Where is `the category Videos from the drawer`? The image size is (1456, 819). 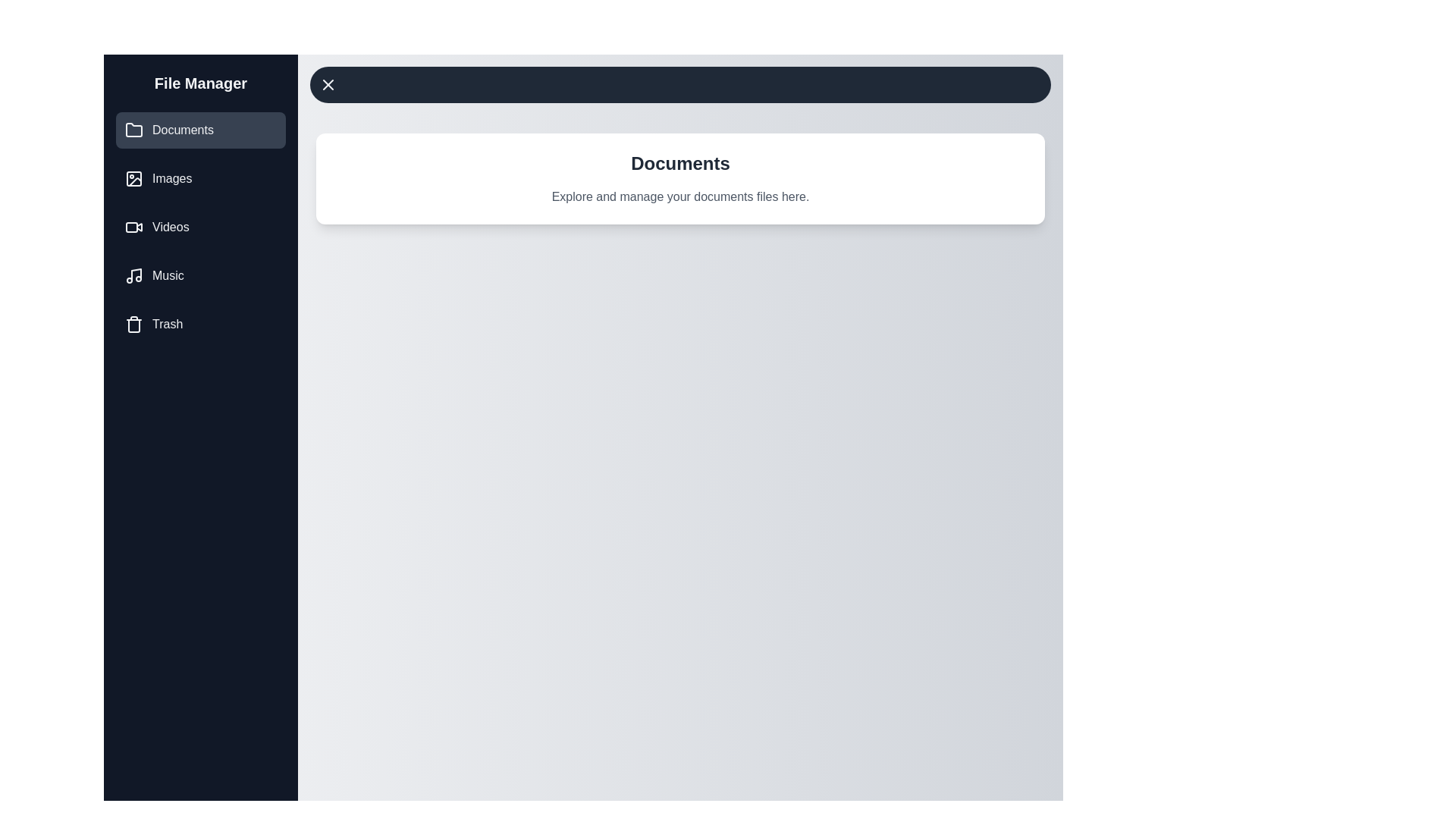 the category Videos from the drawer is located at coordinates (199, 227).